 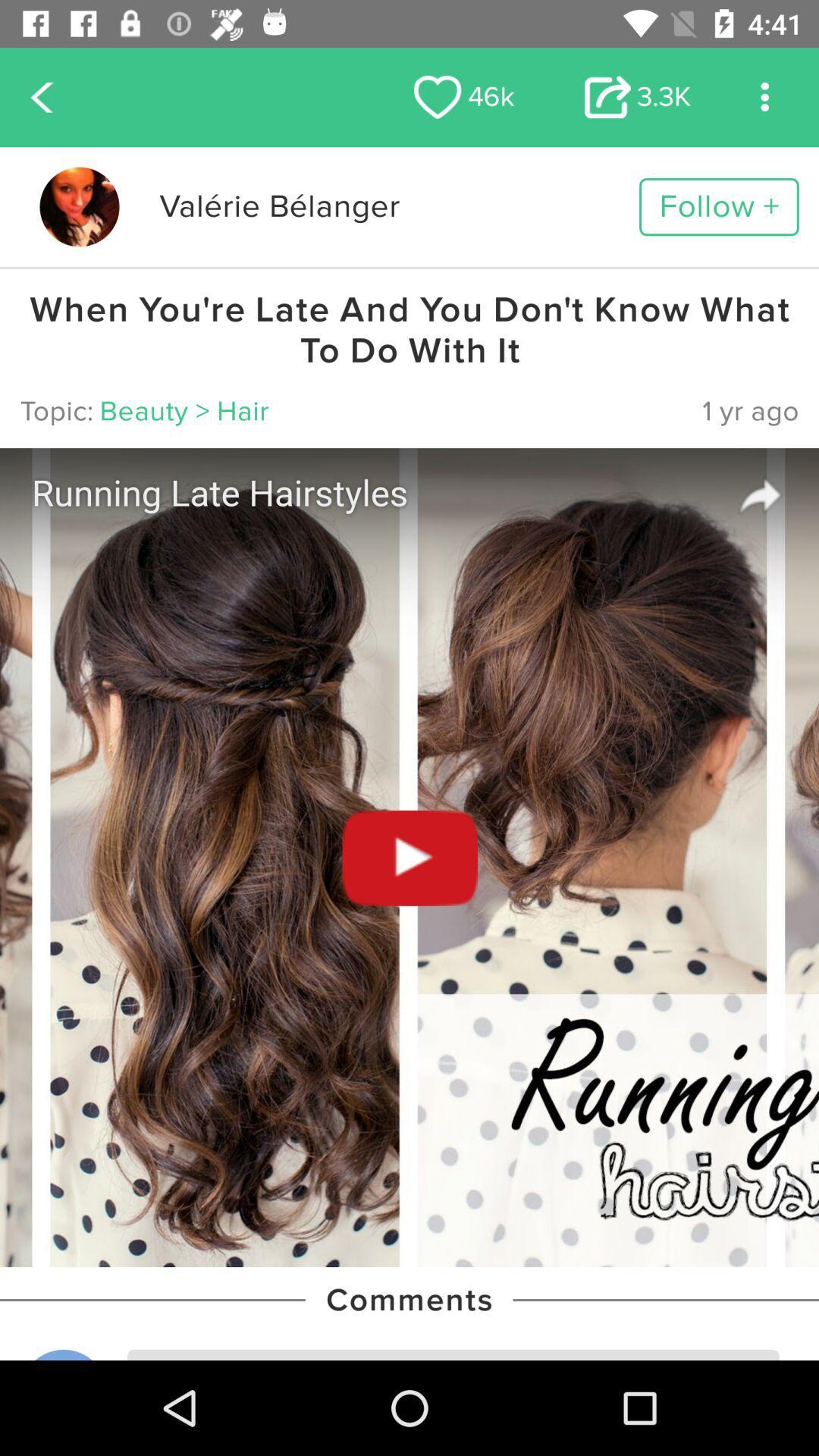 What do you see at coordinates (79, 206) in the screenshot?
I see `profile` at bounding box center [79, 206].